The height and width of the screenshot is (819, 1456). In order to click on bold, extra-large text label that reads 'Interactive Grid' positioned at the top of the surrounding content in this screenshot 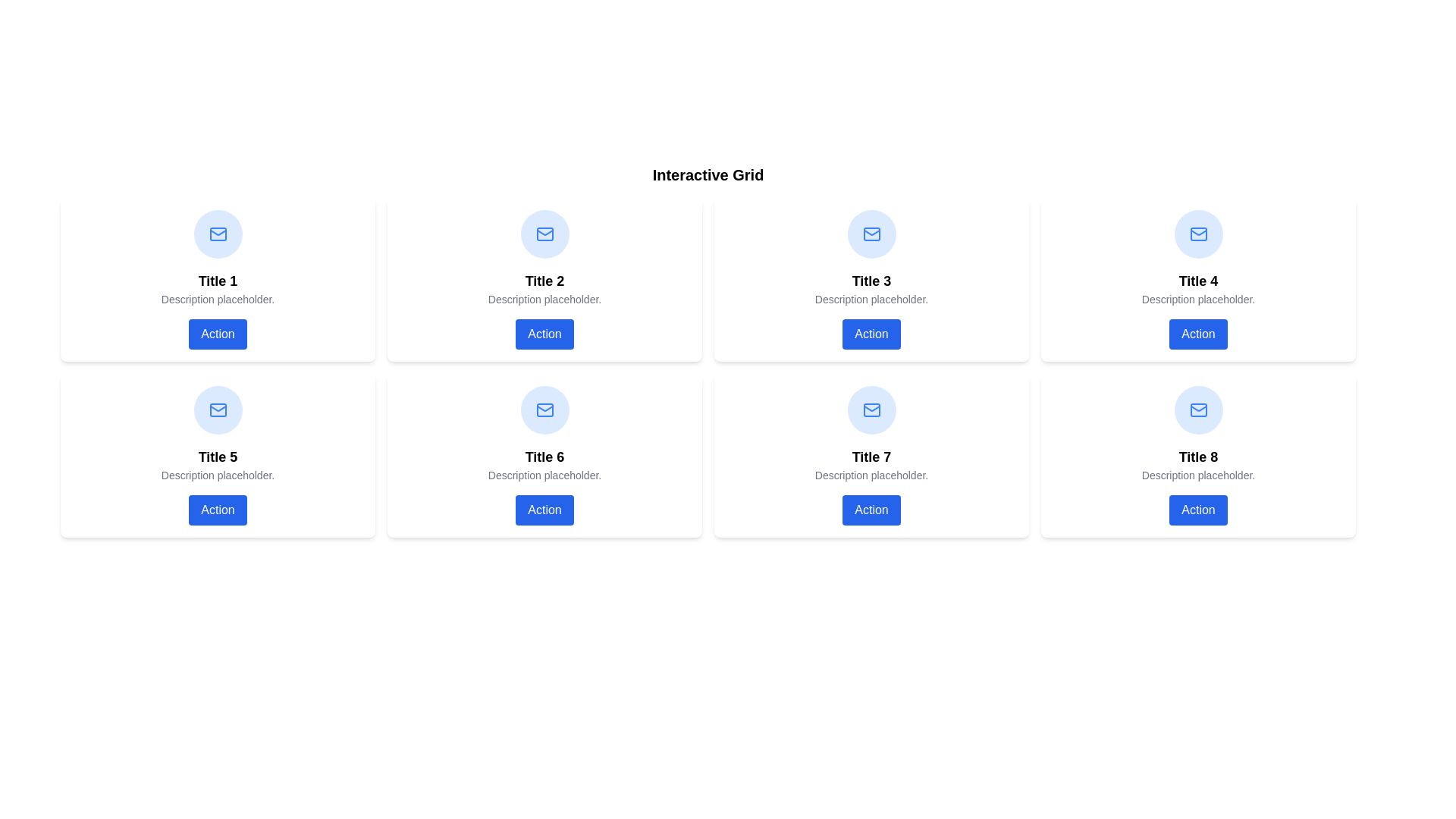, I will do `click(708, 174)`.